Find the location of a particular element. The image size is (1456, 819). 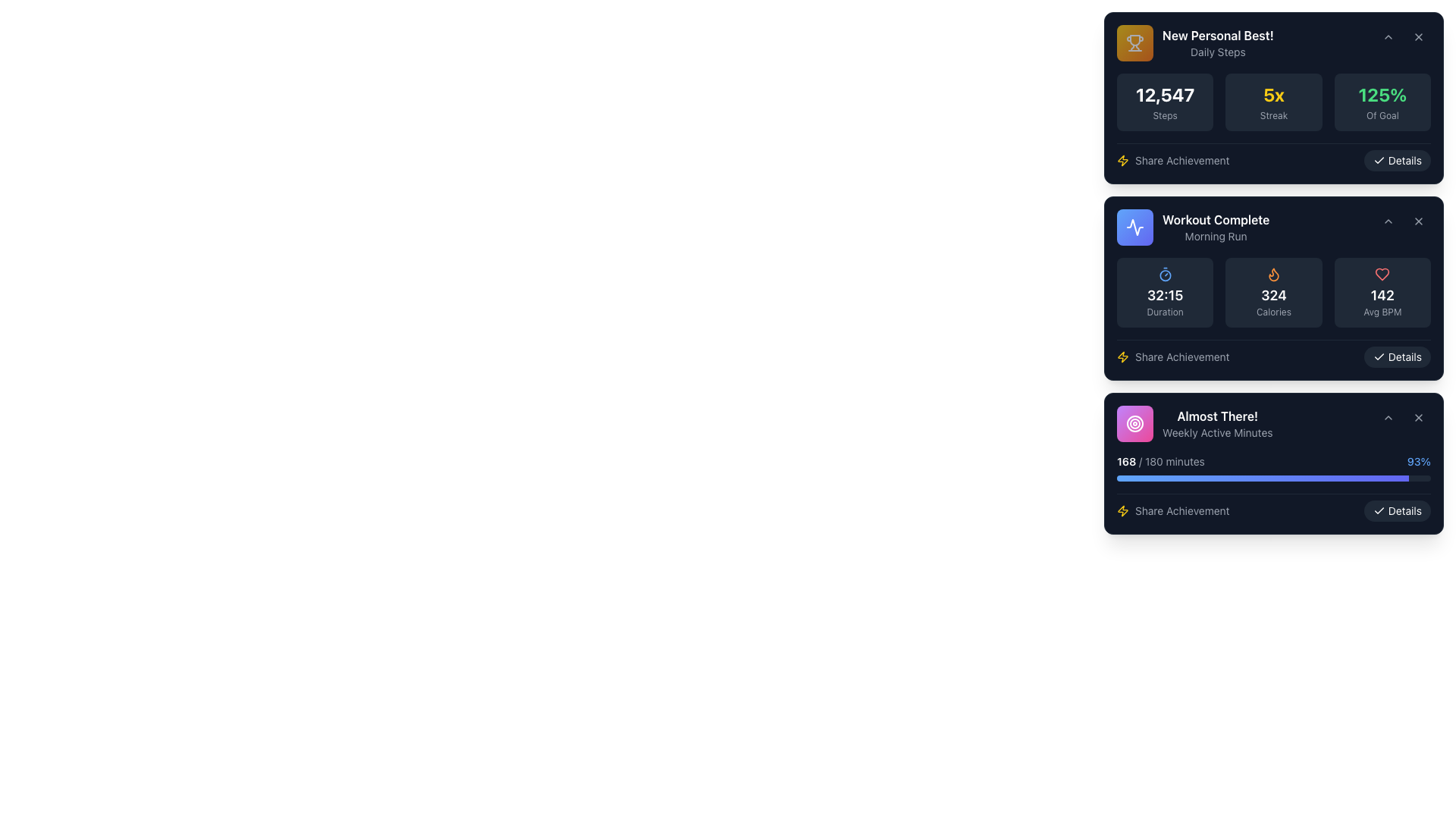

the checkmark icon within the round-cornered button labeled 'Details', located at the bottom-right corner of the 'Workout Complete' card, for its state indication is located at coordinates (1379, 511).